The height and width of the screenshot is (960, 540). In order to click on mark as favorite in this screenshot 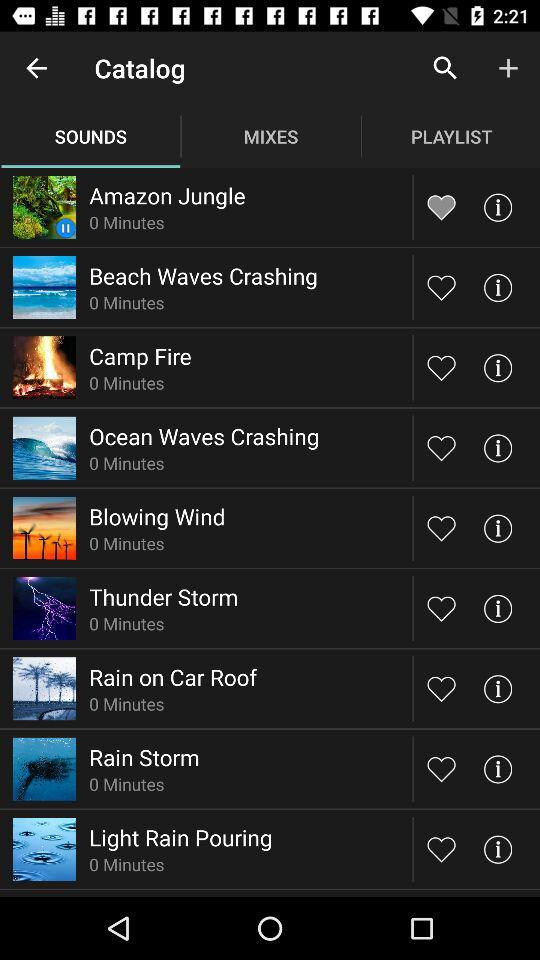, I will do `click(441, 366)`.